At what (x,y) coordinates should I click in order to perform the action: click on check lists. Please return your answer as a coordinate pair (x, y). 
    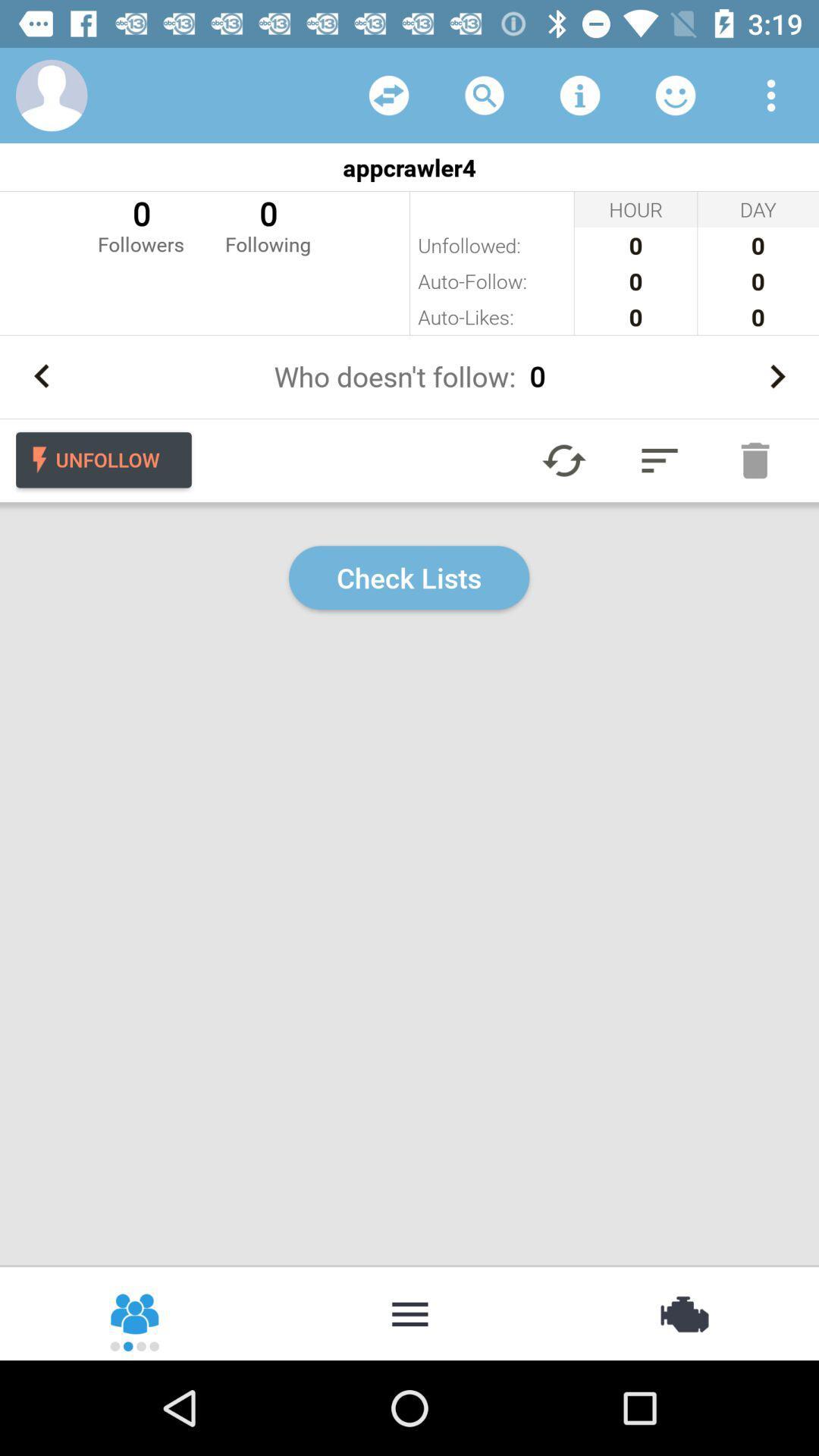
    Looking at the image, I should click on (408, 577).